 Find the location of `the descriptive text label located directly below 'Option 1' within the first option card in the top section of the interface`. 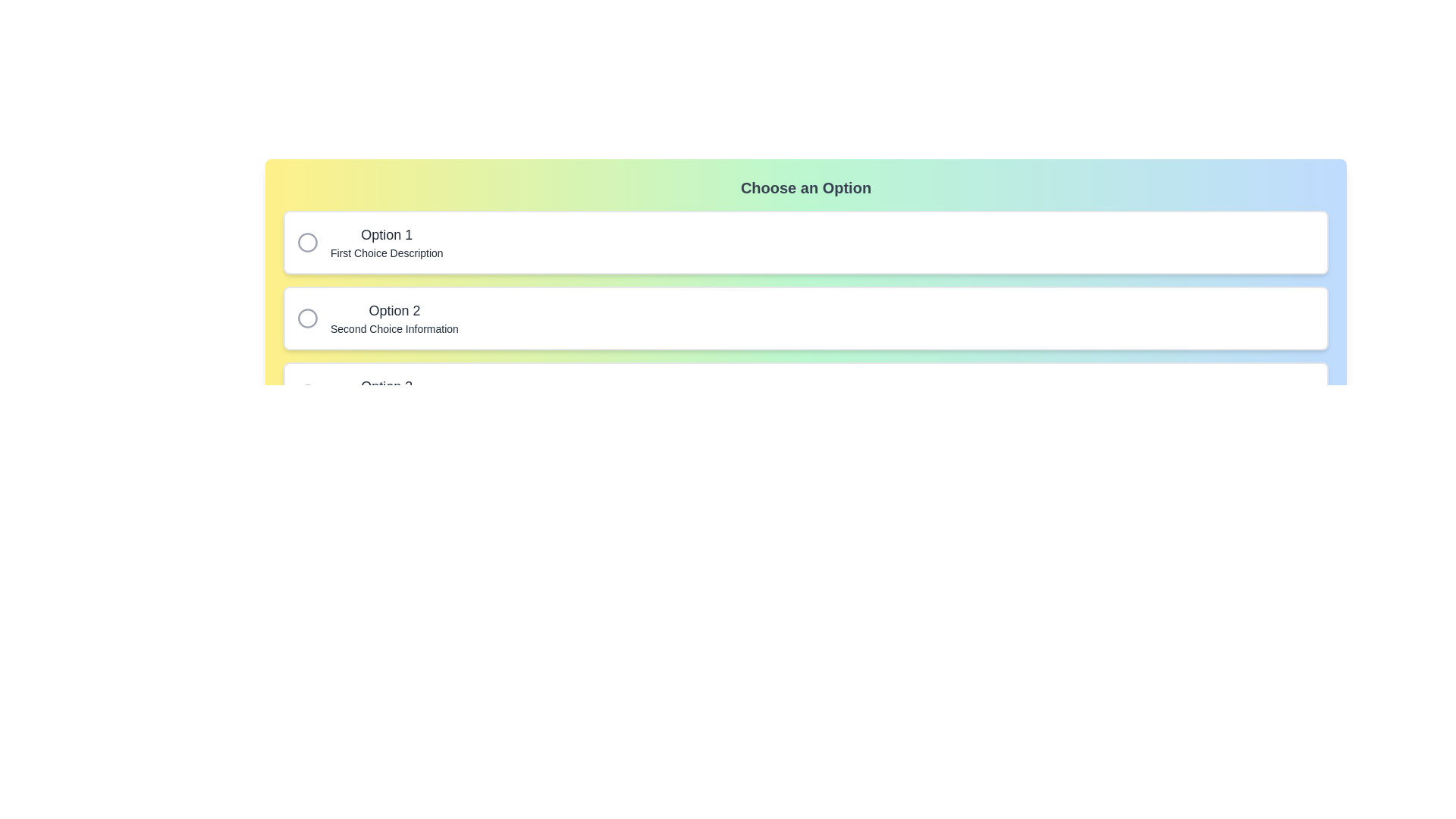

the descriptive text label located directly below 'Option 1' within the first option card in the top section of the interface is located at coordinates (387, 253).